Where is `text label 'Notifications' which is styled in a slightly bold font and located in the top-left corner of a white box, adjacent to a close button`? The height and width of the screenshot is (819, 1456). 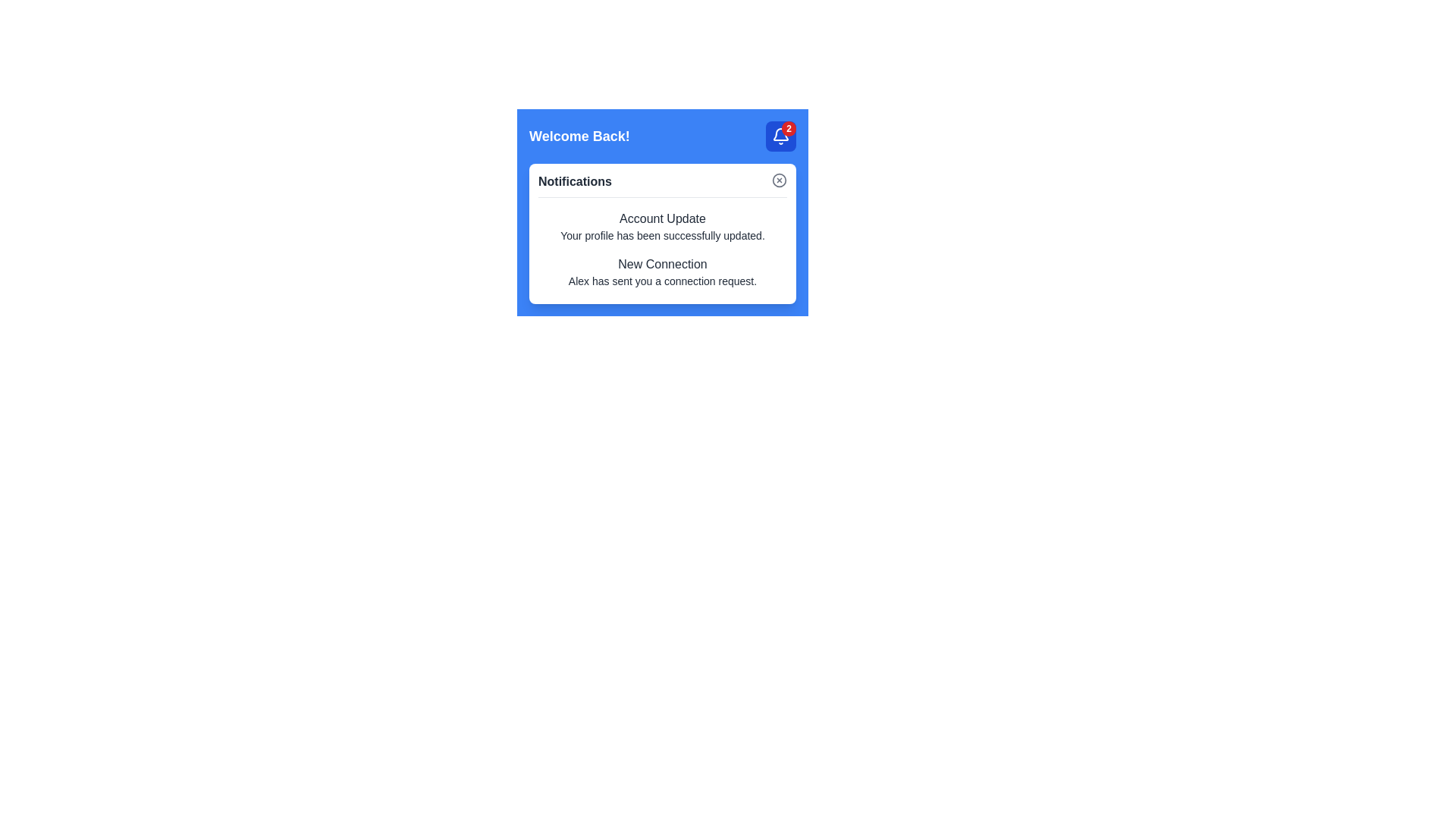 text label 'Notifications' which is styled in a slightly bold font and located in the top-left corner of a white box, adjacent to a close button is located at coordinates (574, 180).